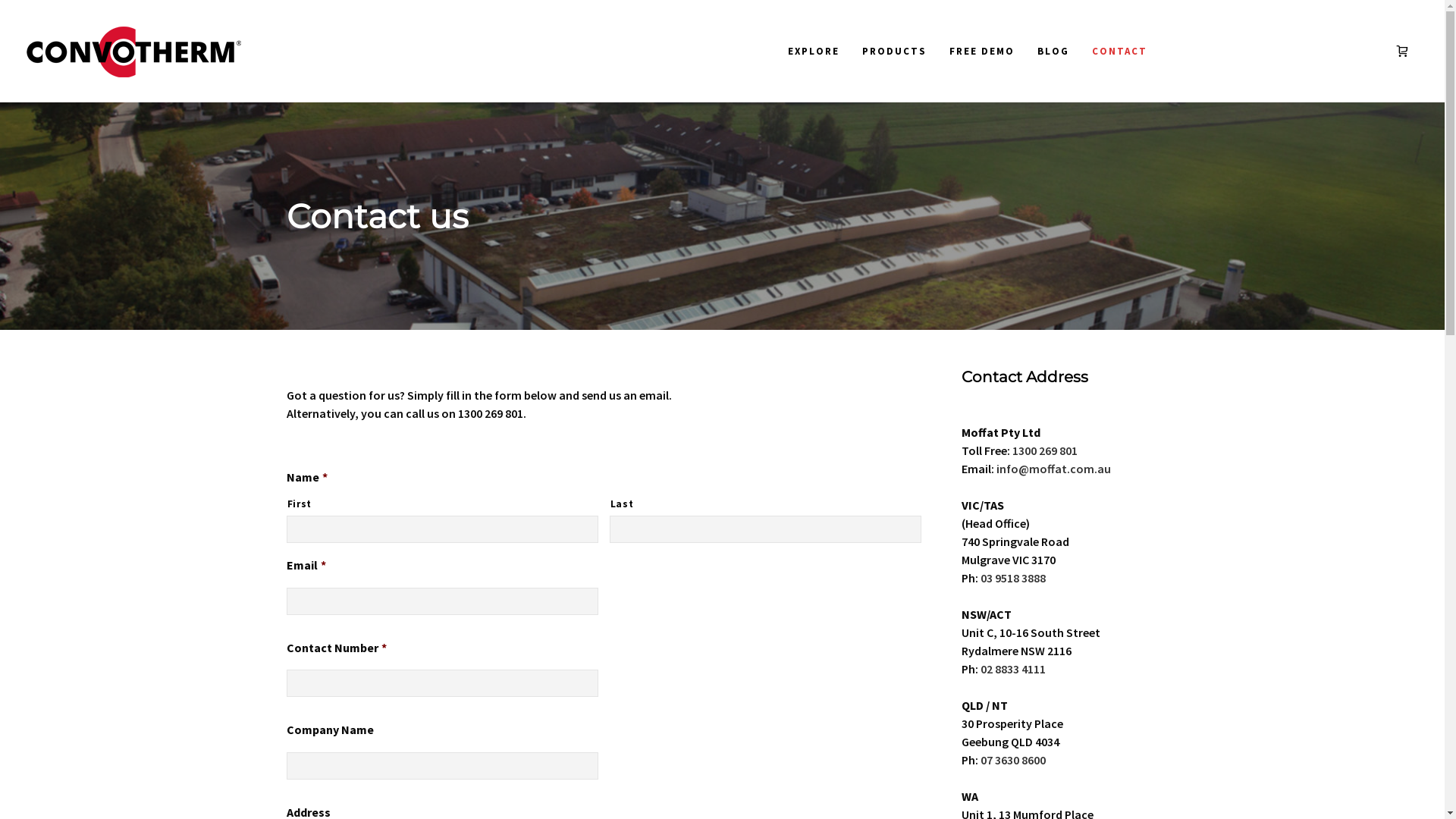 The image size is (1456, 819). I want to click on 'PRODUCTS', so click(851, 50).